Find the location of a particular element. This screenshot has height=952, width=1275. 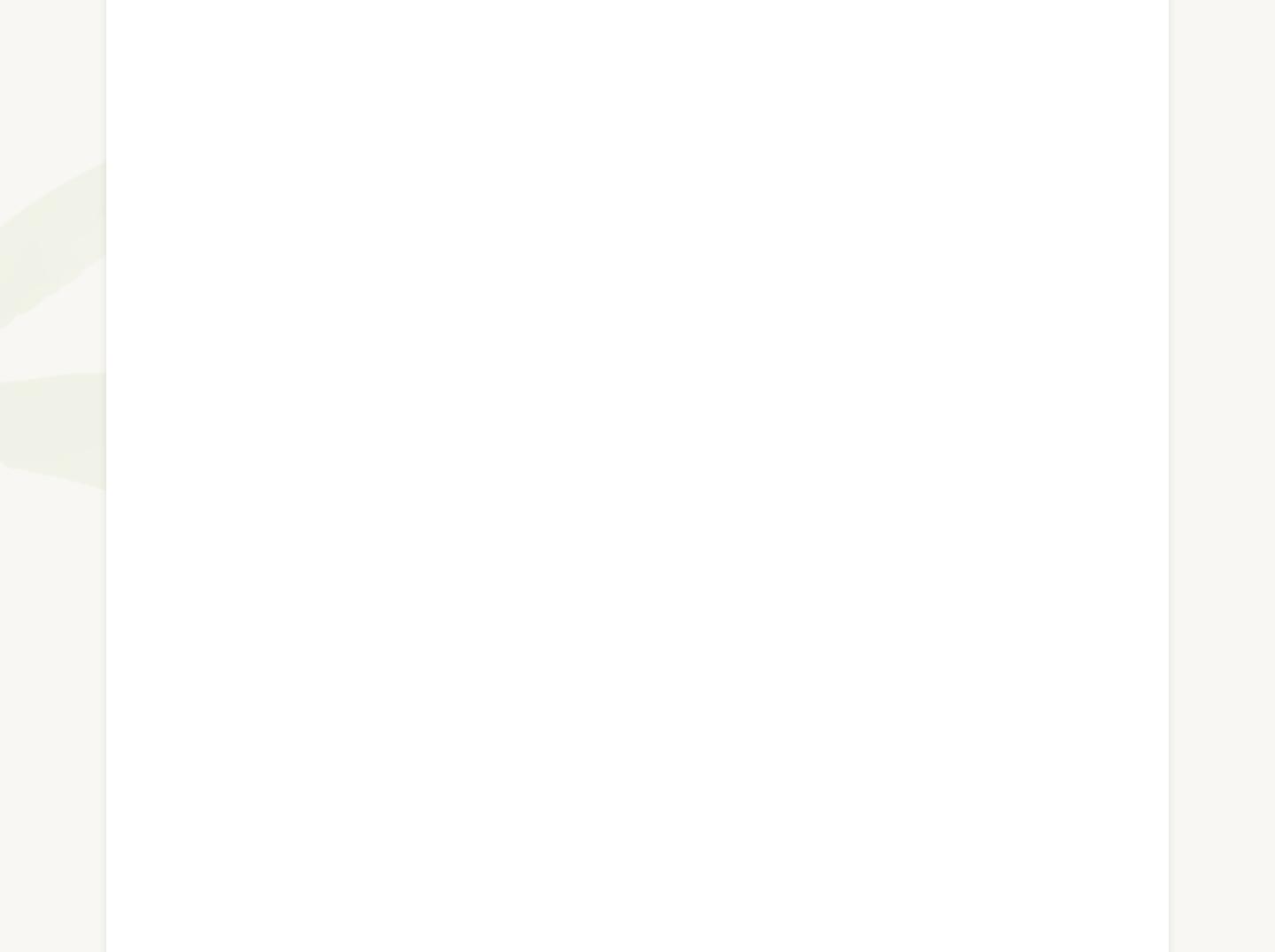

'“Having ozone has given me energy. For nearly two years I had none and stayed in bed for most of that time. After a few months of Ozone Therapy I was able to go back to working in England for another two years.”' is located at coordinates (626, 396).